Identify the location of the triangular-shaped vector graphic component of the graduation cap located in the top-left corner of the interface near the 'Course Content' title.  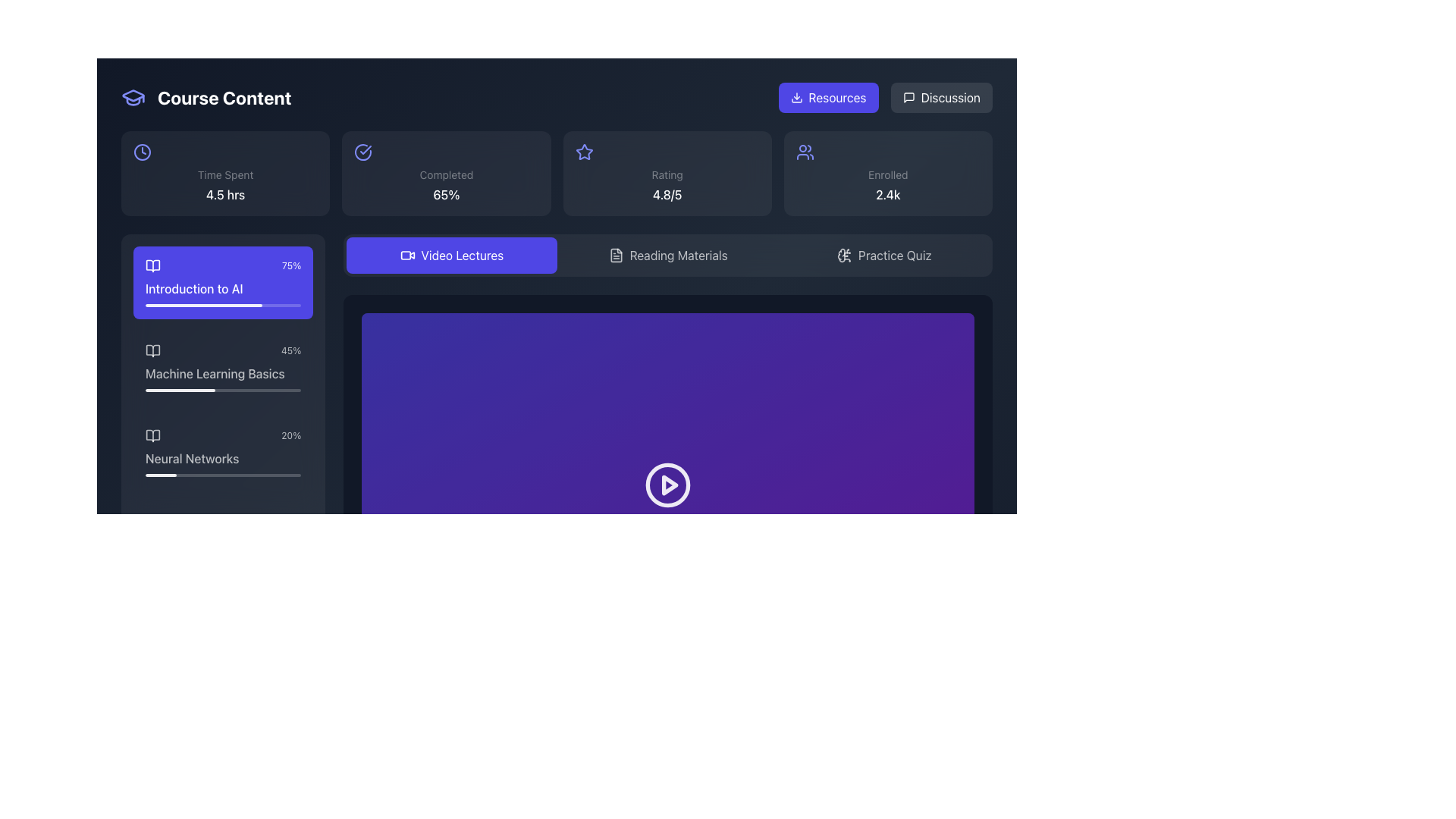
(133, 96).